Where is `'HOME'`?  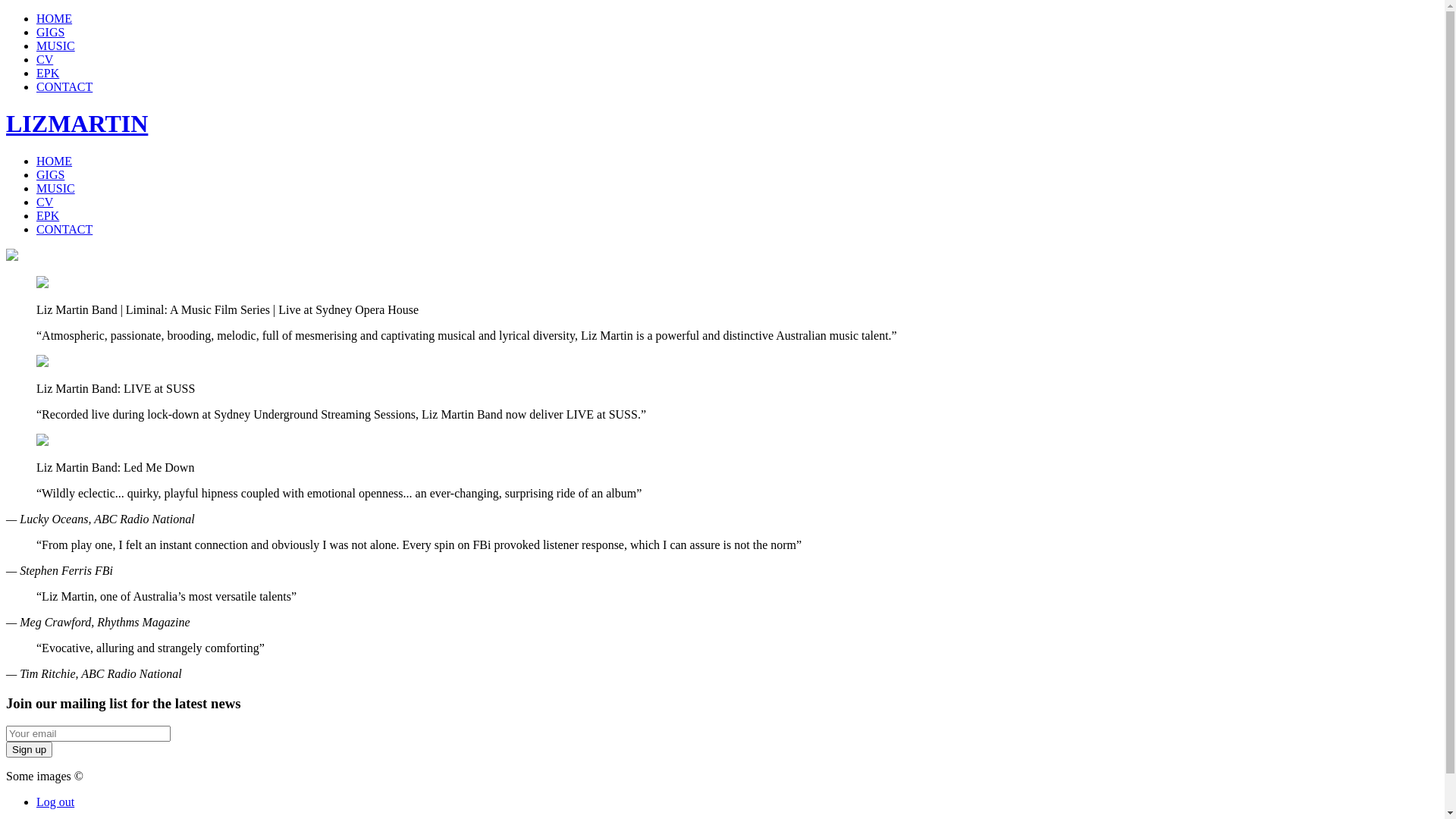
'HOME' is located at coordinates (54, 161).